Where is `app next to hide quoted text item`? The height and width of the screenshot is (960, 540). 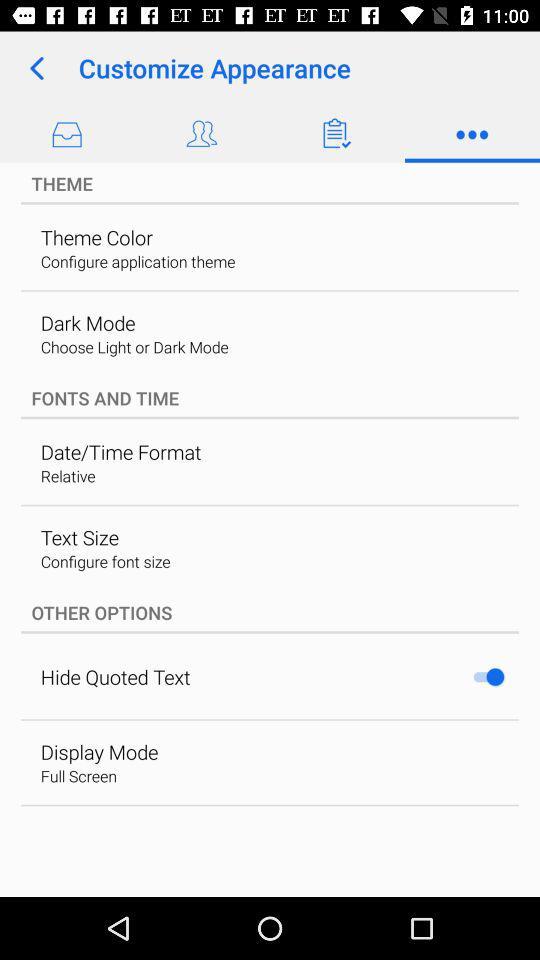 app next to hide quoted text item is located at coordinates (487, 677).